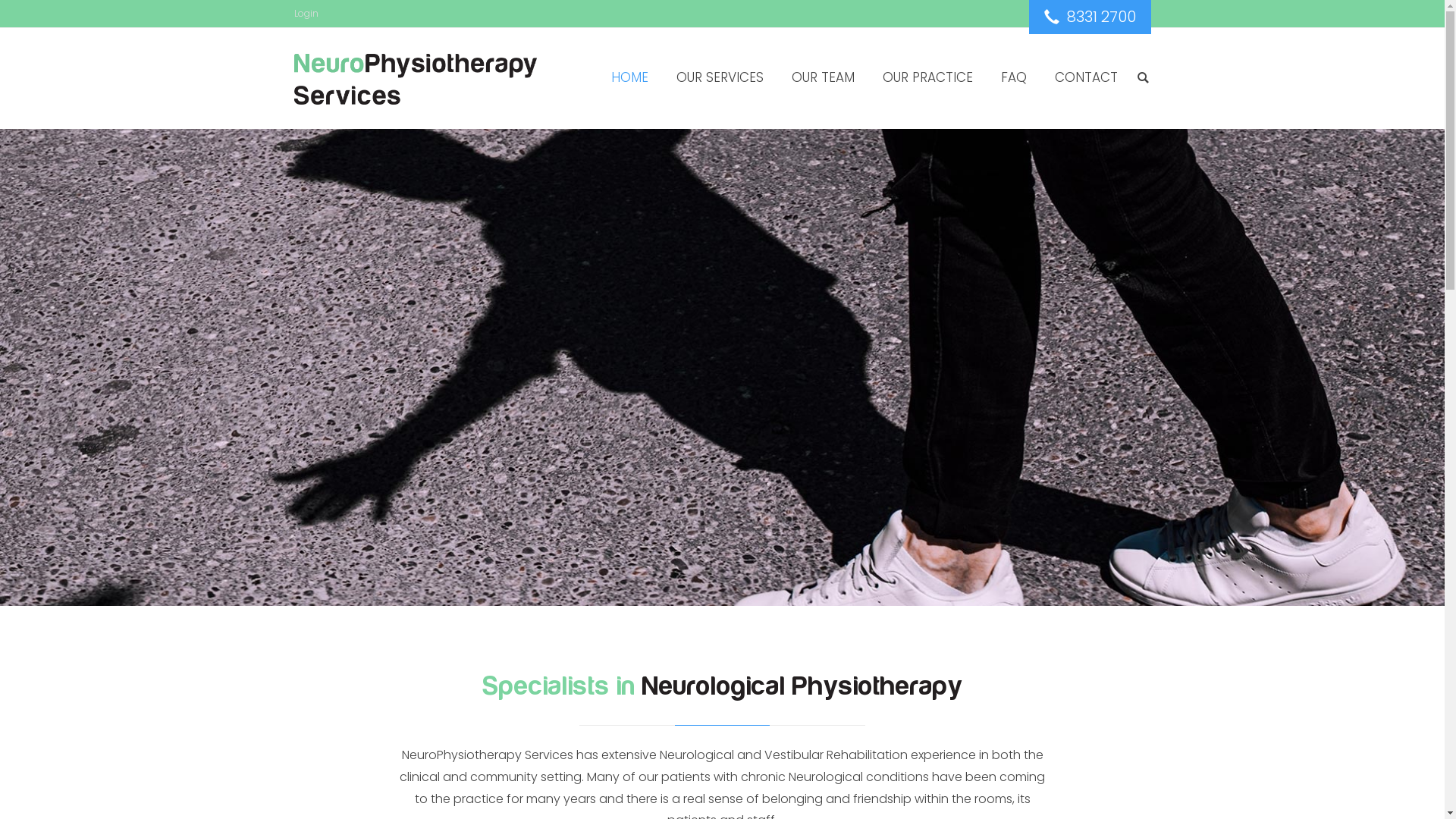 This screenshot has height=819, width=1456. What do you see at coordinates (927, 77) in the screenshot?
I see `'OUR PRACTICE'` at bounding box center [927, 77].